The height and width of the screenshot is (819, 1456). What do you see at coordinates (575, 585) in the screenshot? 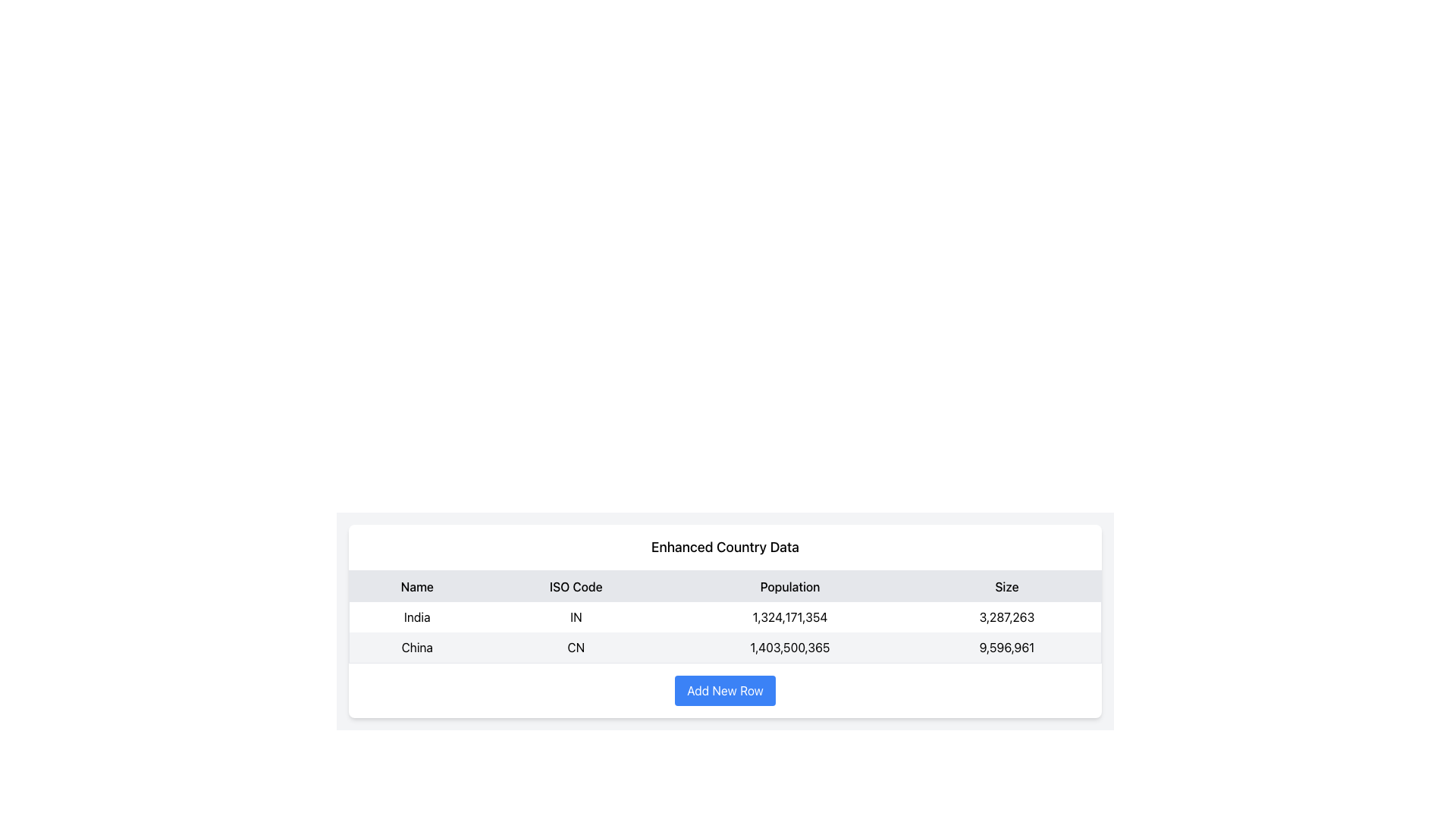
I see `text from the header cell displaying 'ISO Code', which is the second header cell in the table layout` at bounding box center [575, 585].